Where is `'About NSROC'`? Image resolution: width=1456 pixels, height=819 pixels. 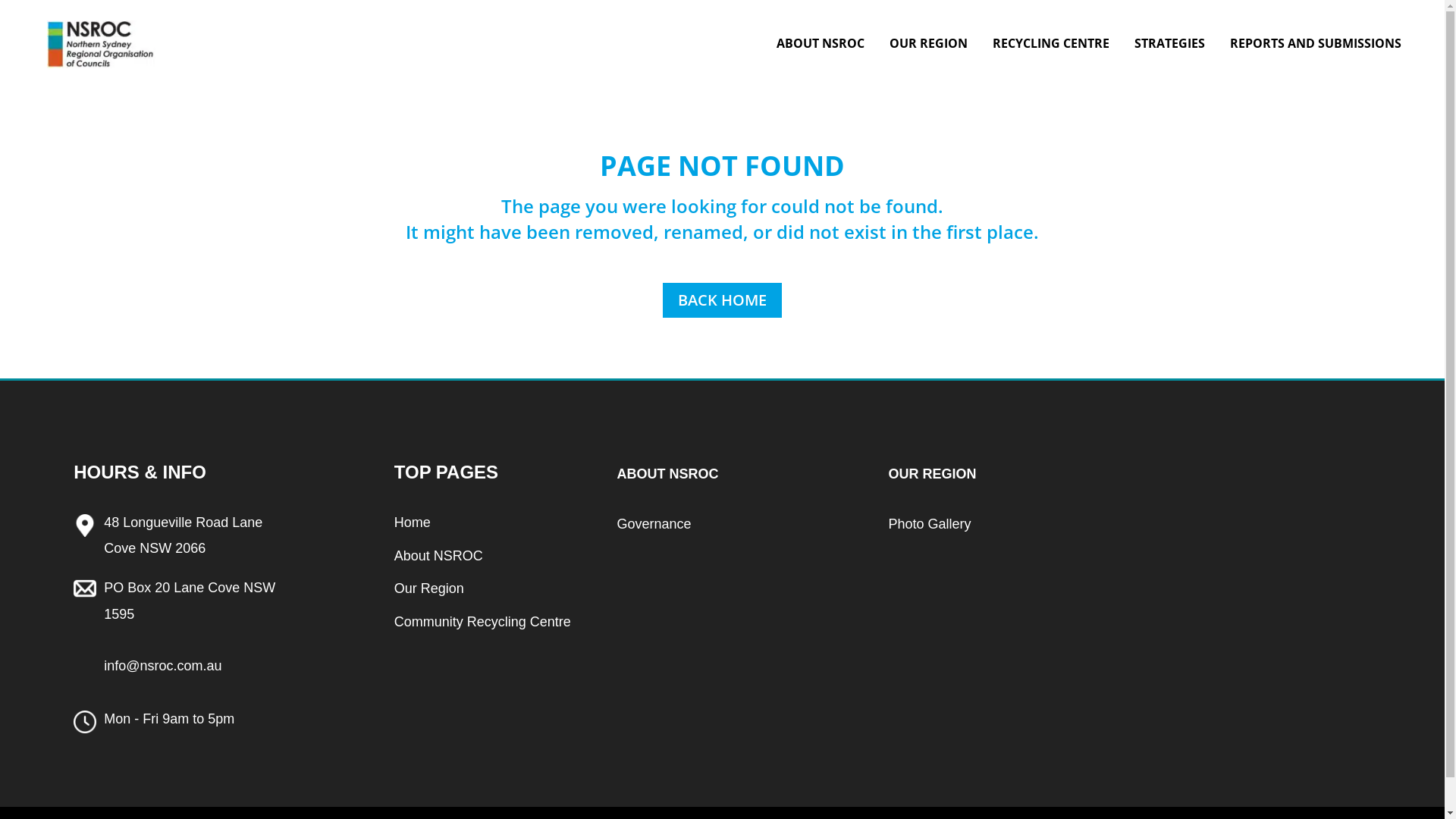 'About NSROC' is located at coordinates (438, 555).